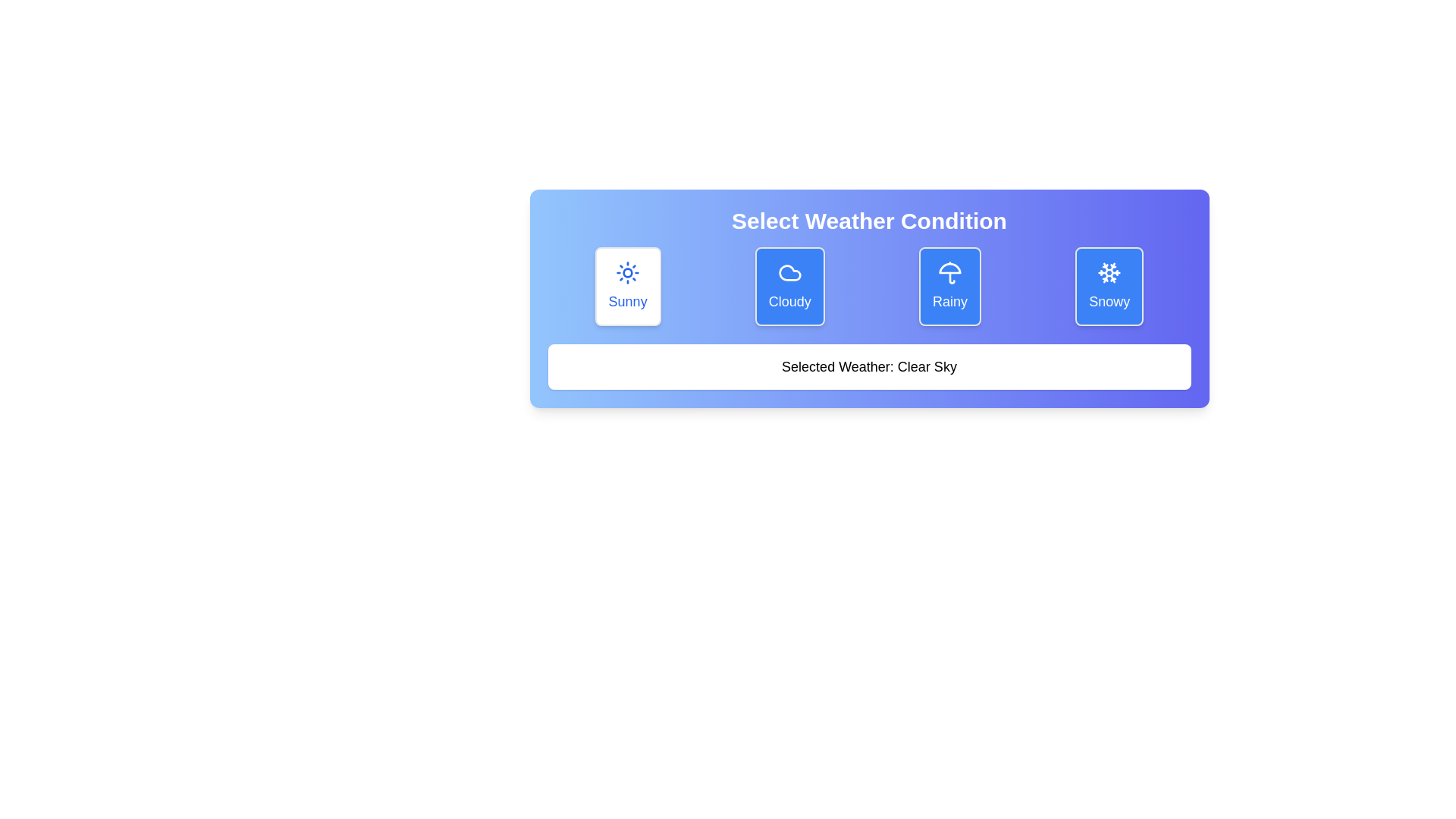 The width and height of the screenshot is (1456, 819). What do you see at coordinates (951, 278) in the screenshot?
I see `the vertical line representing the handle of the umbrella in the 'Rainy' weather icon within the weather selection interface` at bounding box center [951, 278].